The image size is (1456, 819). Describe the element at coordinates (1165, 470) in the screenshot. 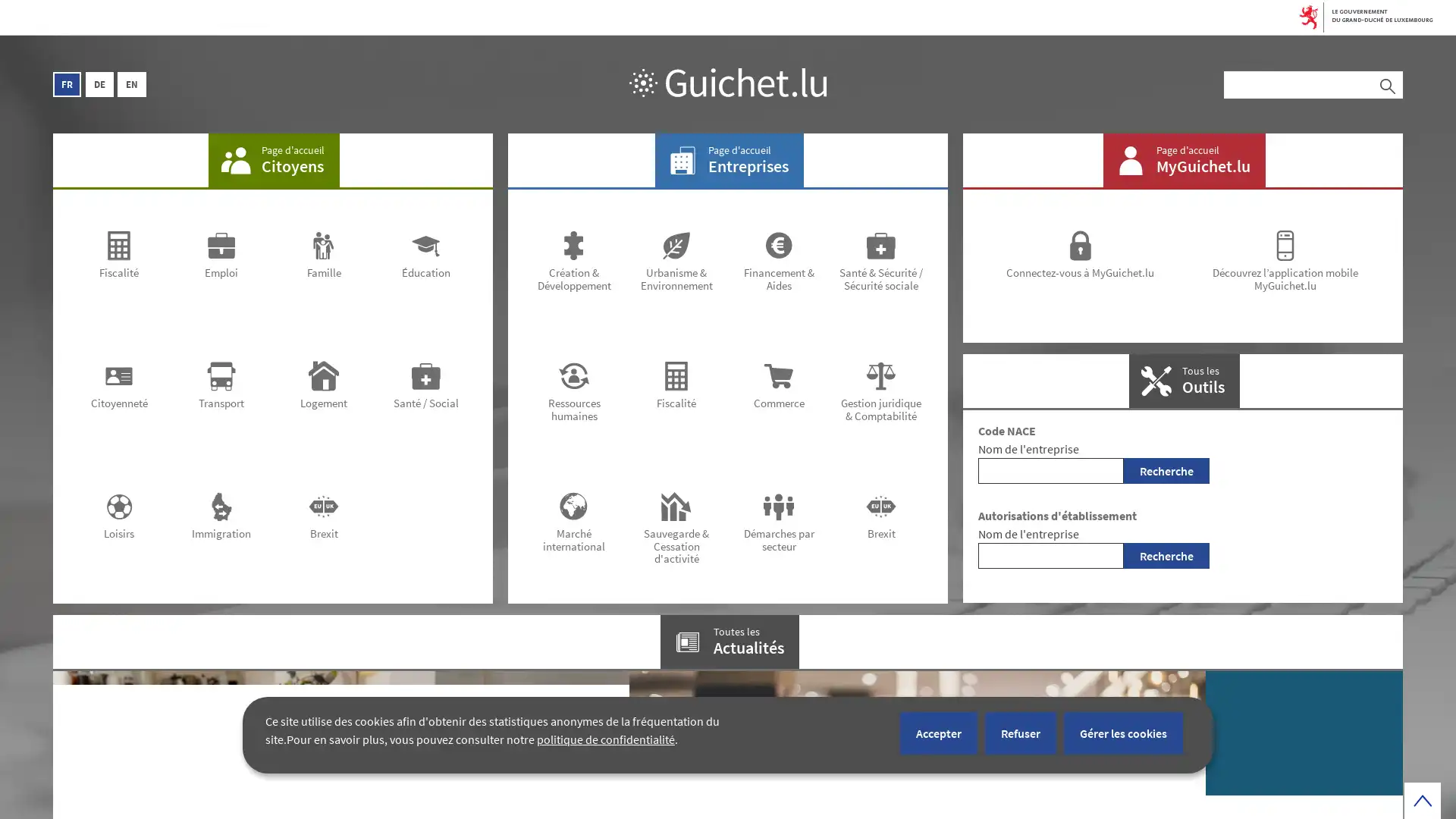

I see `Recherche` at that location.